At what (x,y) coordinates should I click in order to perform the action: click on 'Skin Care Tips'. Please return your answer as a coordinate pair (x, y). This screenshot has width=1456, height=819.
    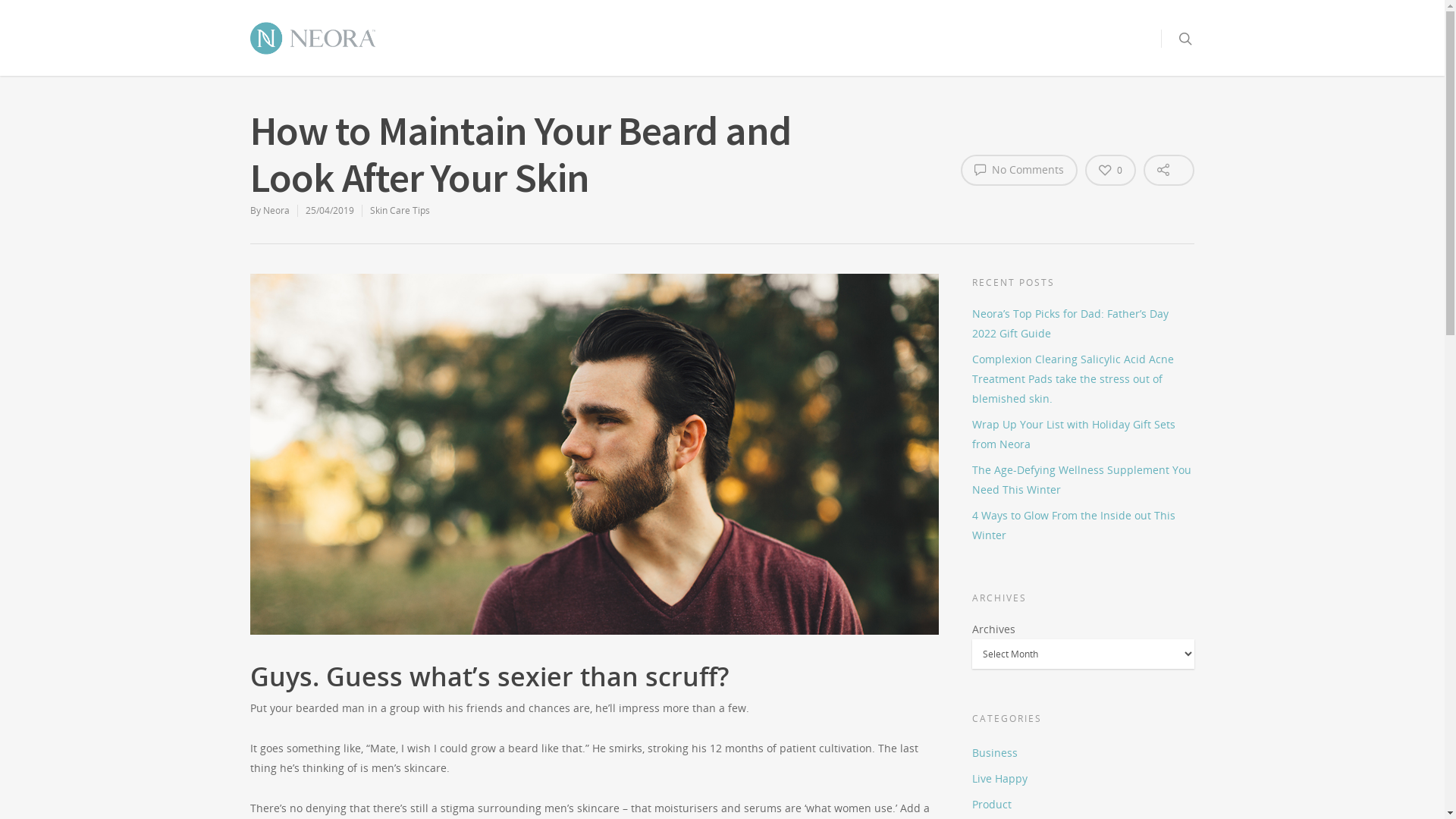
    Looking at the image, I should click on (400, 210).